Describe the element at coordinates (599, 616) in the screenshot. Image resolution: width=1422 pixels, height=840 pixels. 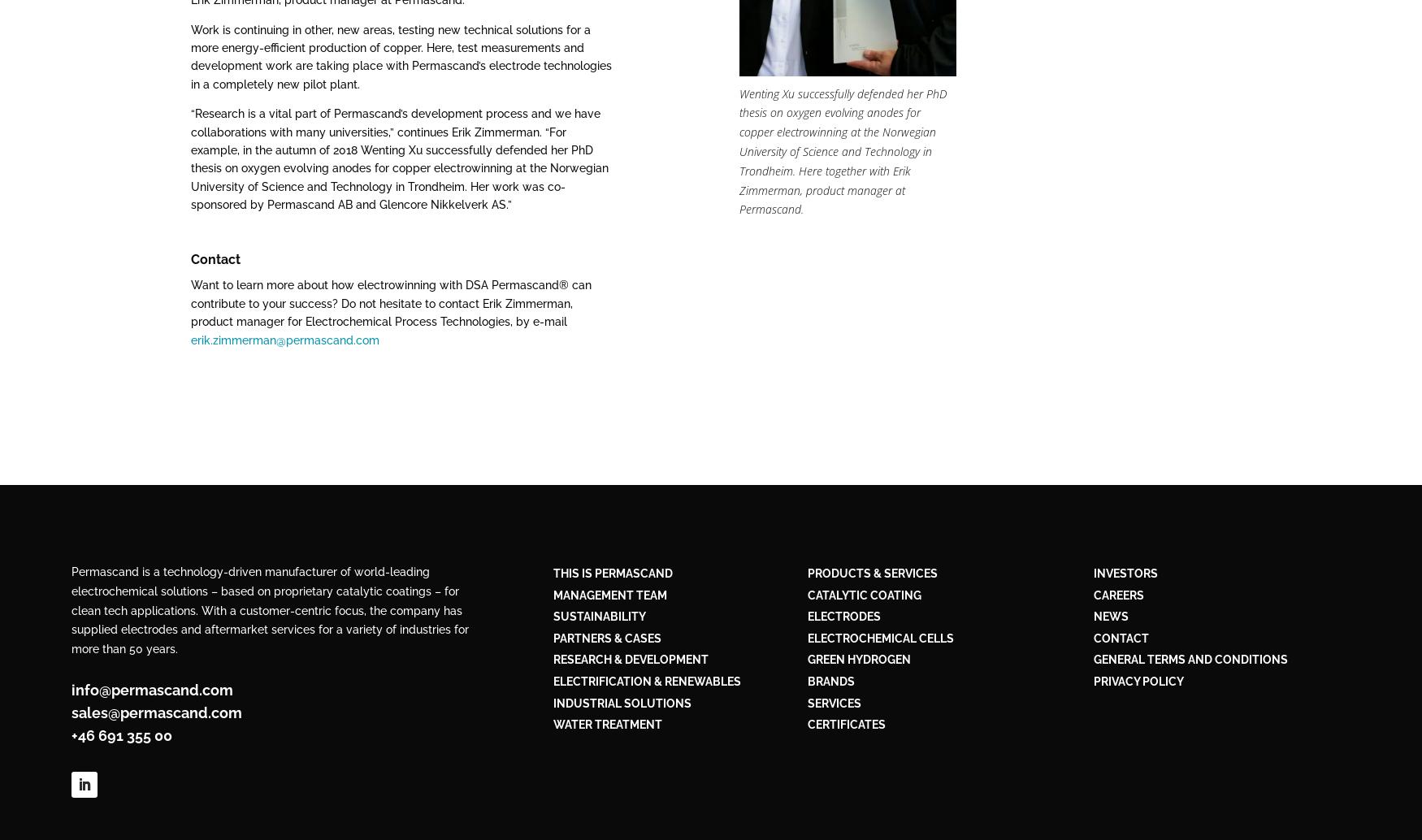
I see `'Sustainability'` at that location.